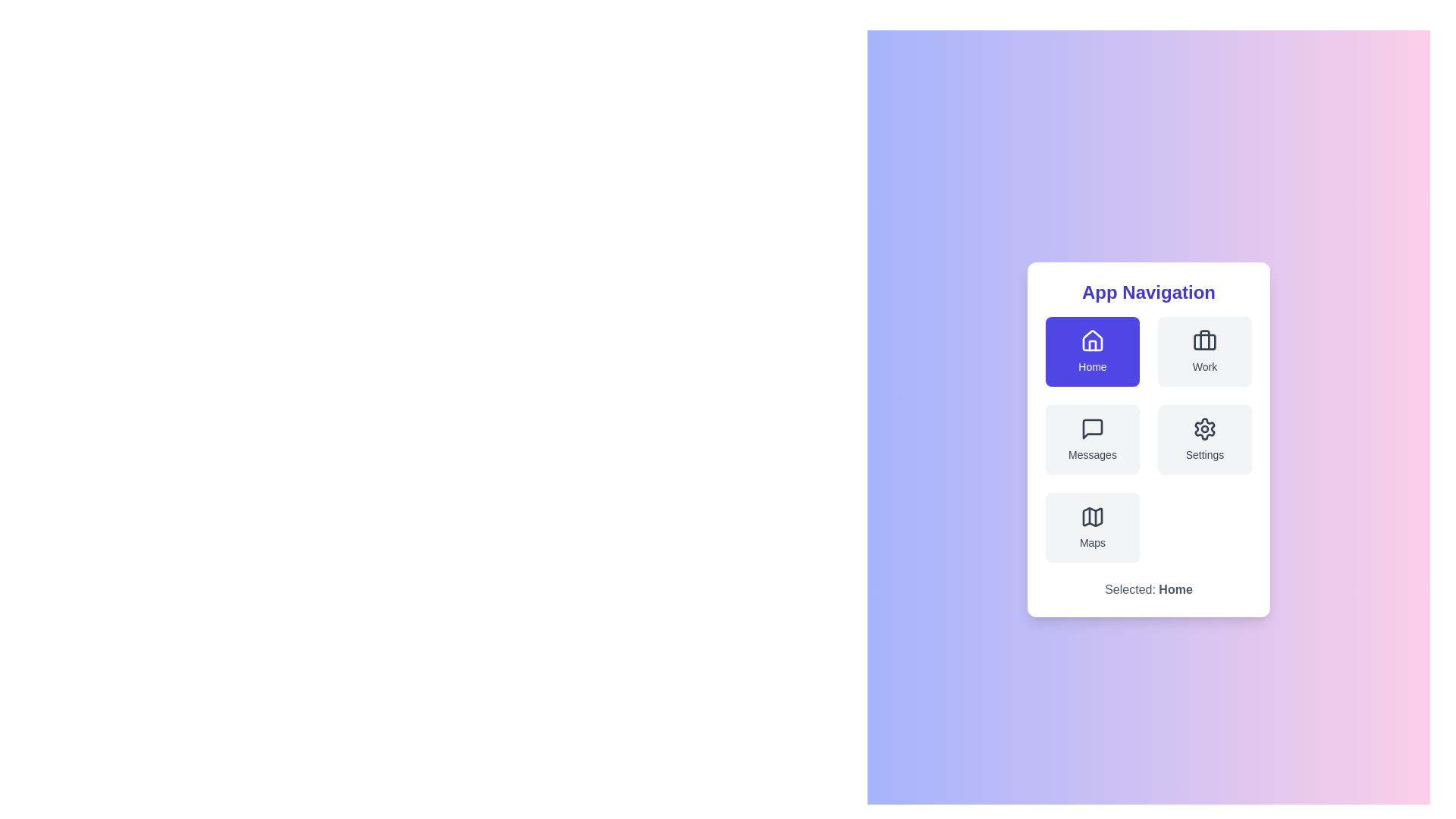  I want to click on the menu item labeled Maps to preview its visual feedback, so click(1092, 526).